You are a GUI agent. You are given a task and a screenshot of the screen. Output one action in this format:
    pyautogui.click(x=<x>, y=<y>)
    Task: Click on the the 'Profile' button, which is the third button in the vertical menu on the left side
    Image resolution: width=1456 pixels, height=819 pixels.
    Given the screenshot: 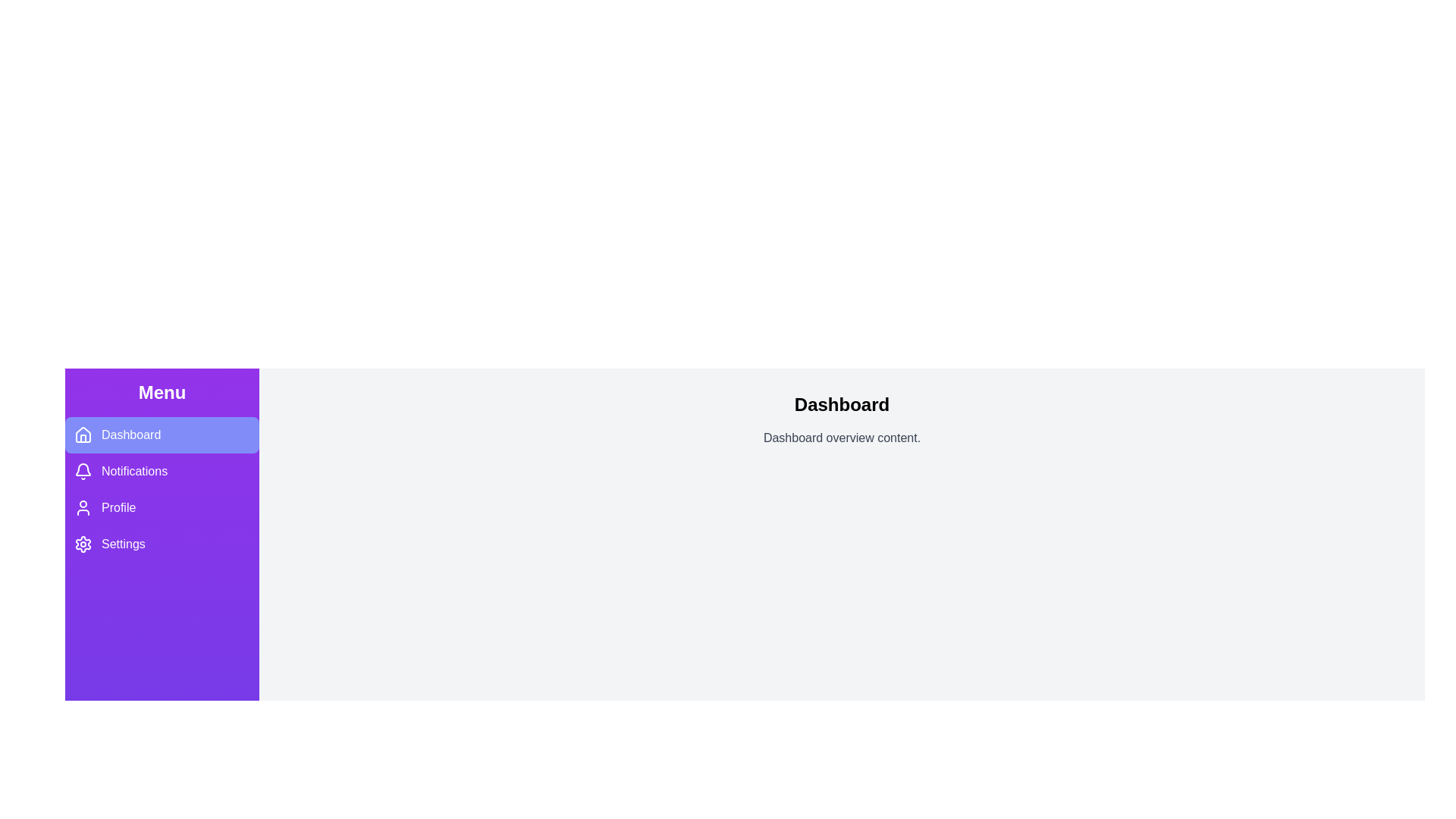 What is the action you would take?
    pyautogui.click(x=162, y=508)
    